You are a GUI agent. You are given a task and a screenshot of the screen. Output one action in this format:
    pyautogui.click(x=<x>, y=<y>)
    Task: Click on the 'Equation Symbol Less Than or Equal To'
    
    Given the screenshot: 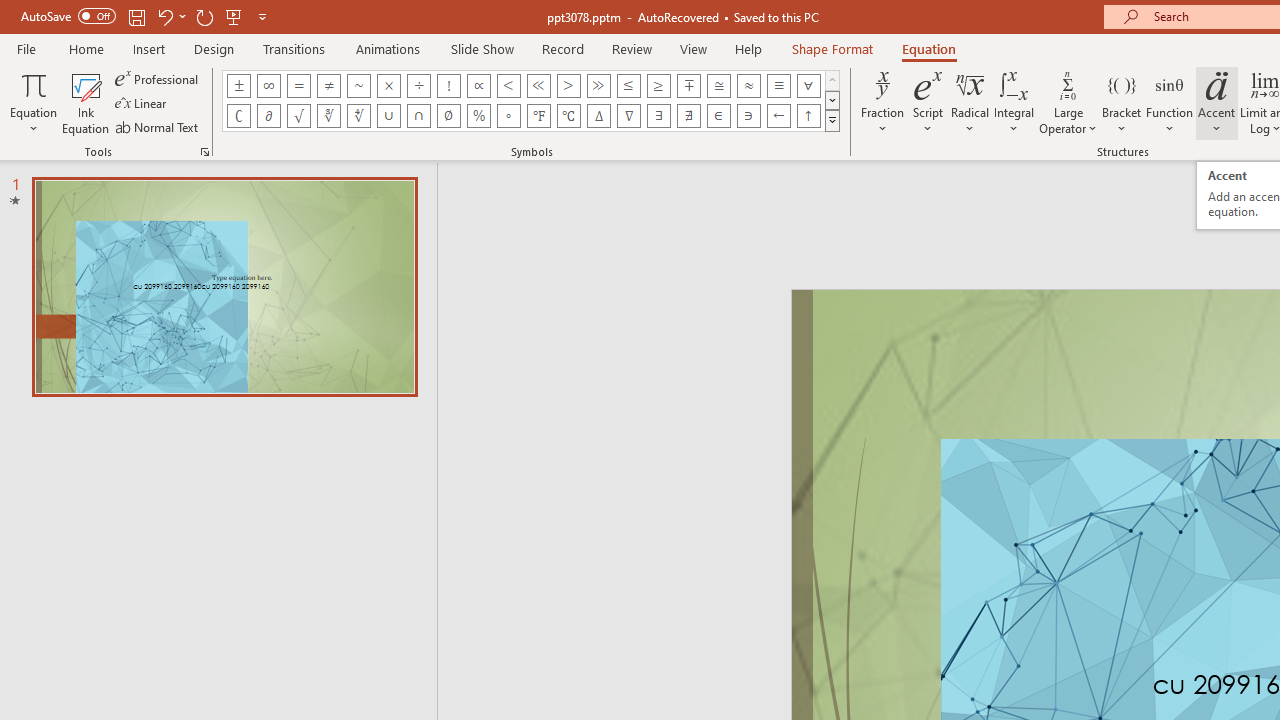 What is the action you would take?
    pyautogui.click(x=628, y=85)
    